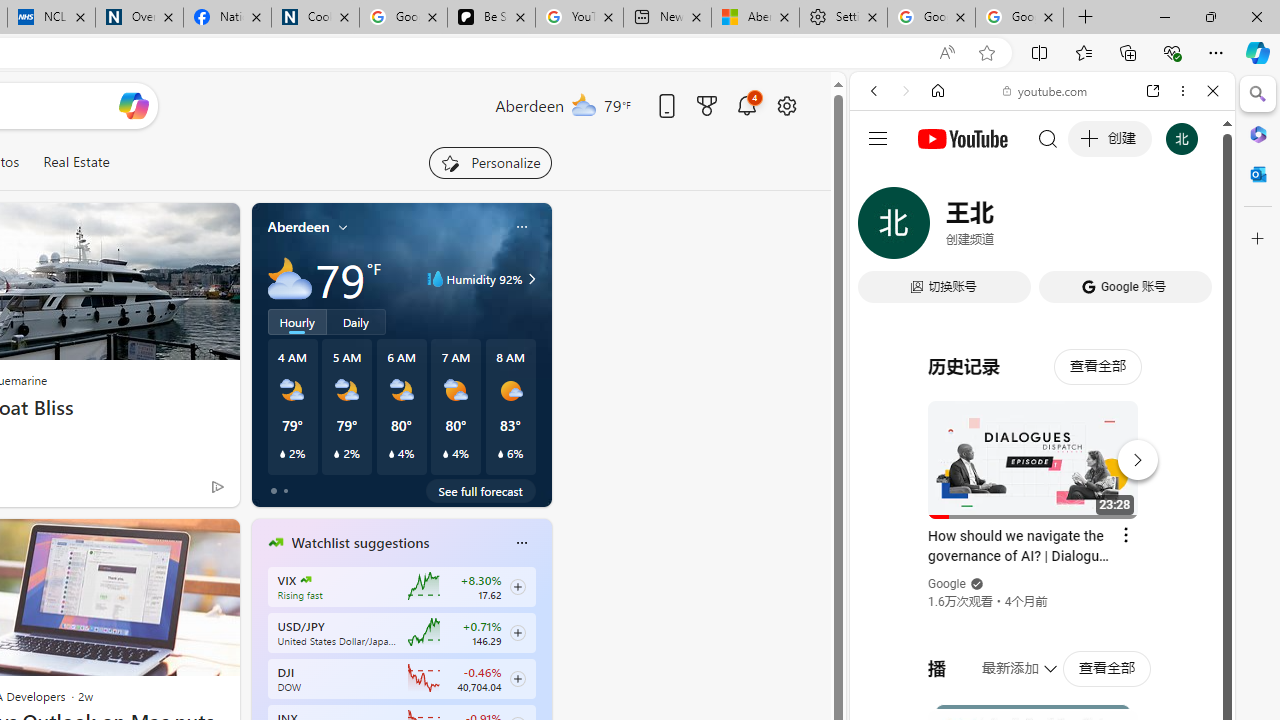 This screenshot has width=1280, height=720. What do you see at coordinates (1006, 227) in the screenshot?
I see `'VIDEOS'` at bounding box center [1006, 227].